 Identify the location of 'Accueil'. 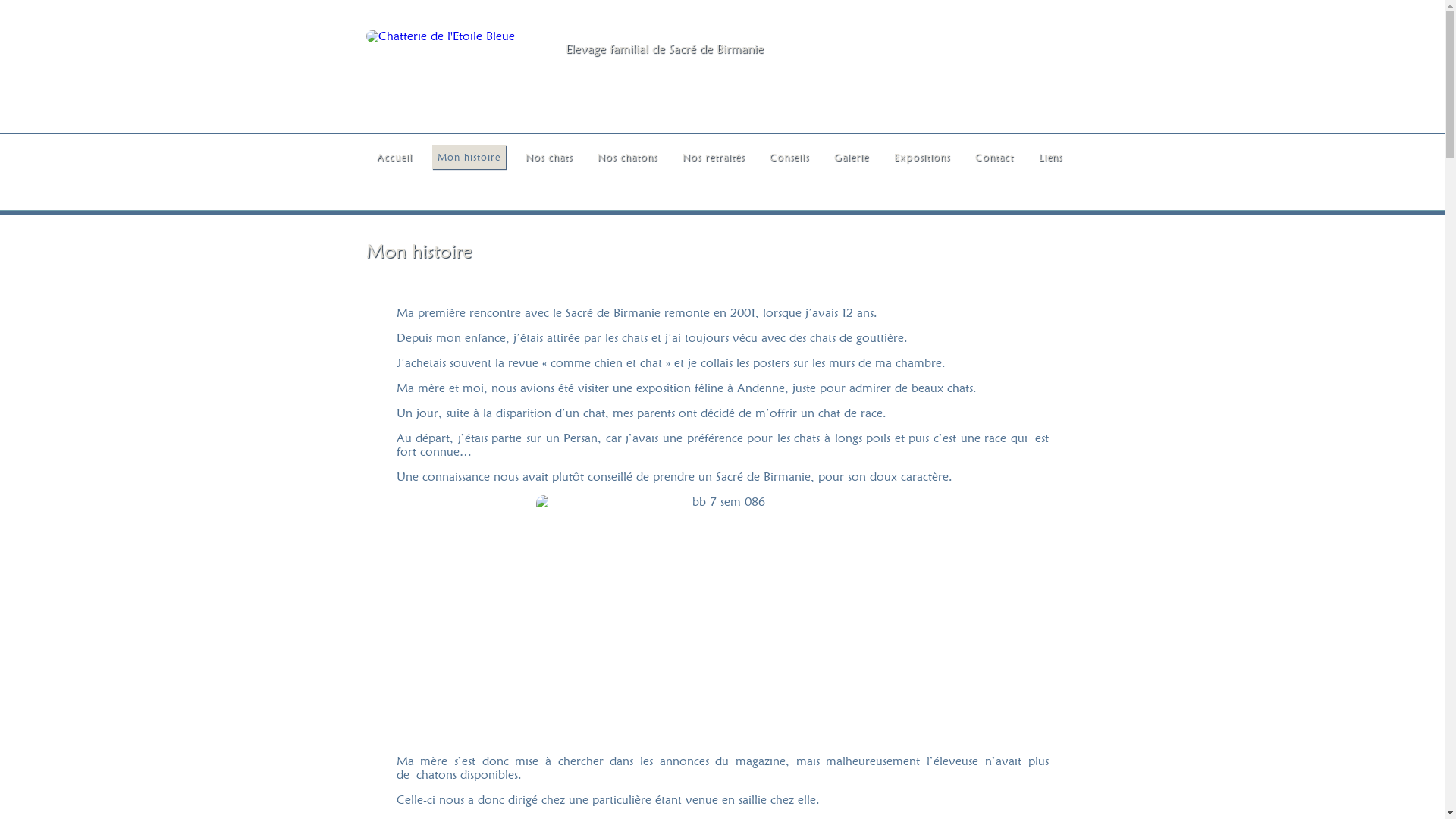
(394, 157).